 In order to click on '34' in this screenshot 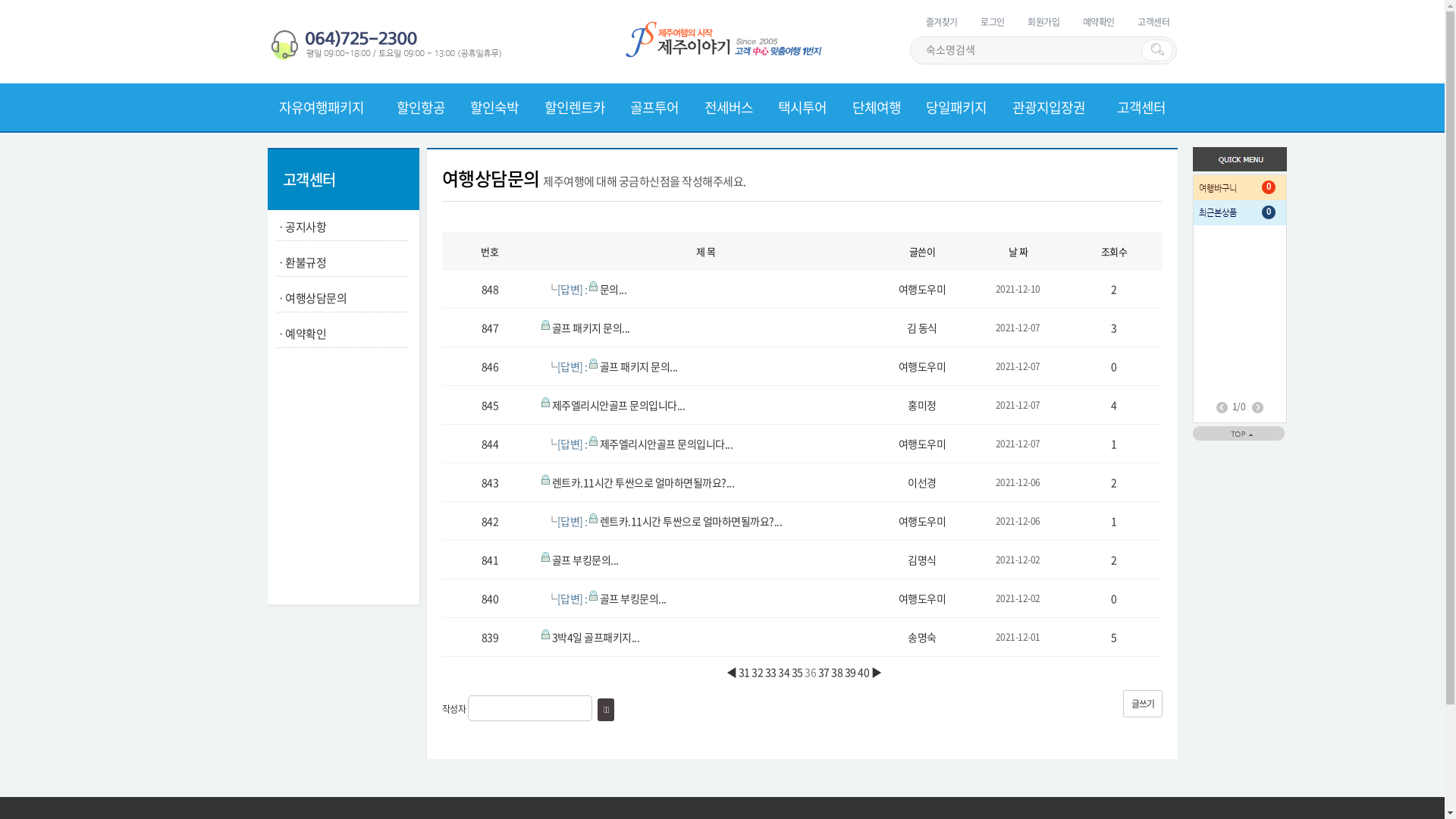, I will do `click(778, 671)`.